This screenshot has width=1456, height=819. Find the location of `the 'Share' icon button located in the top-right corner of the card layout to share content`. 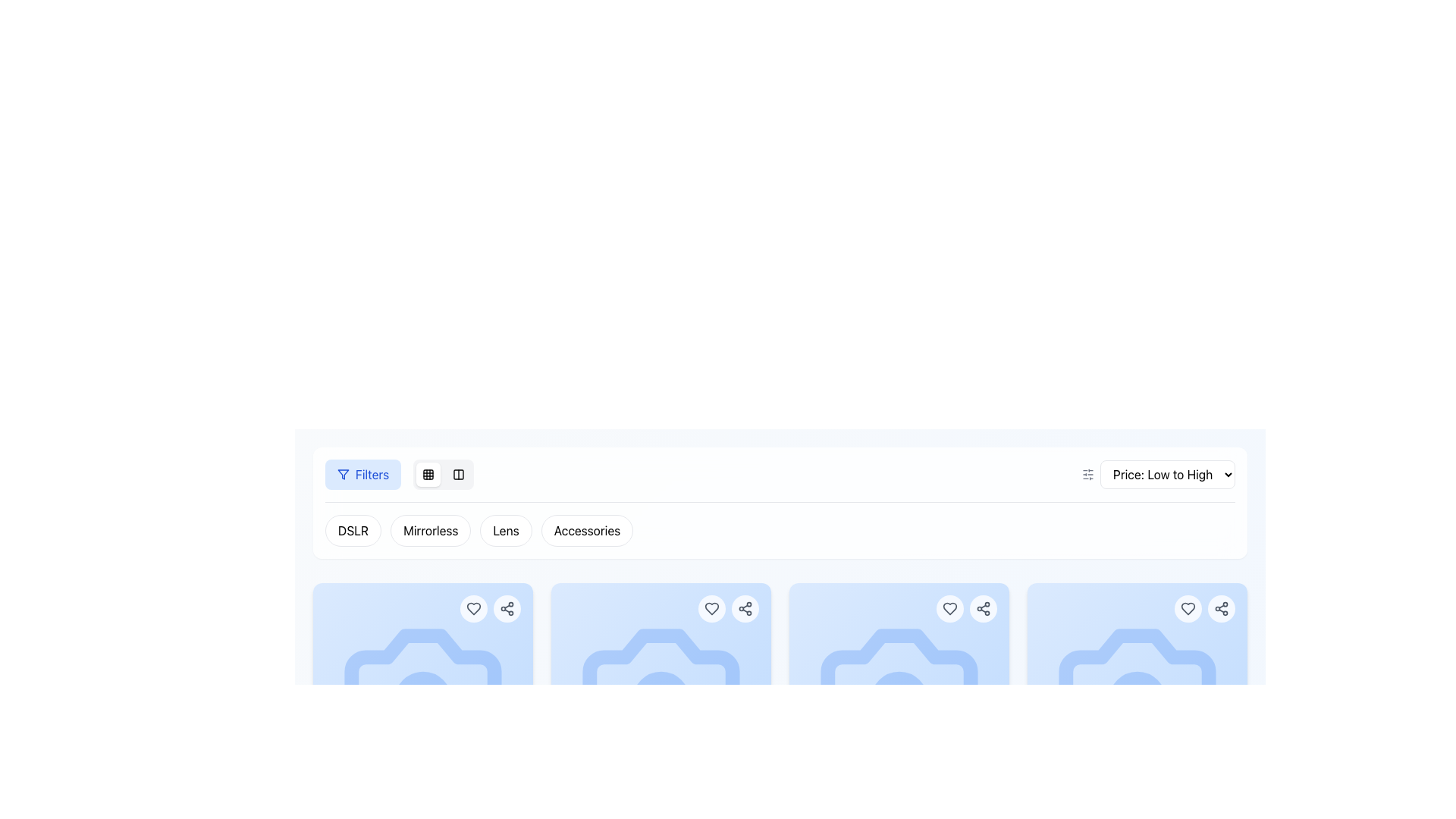

the 'Share' icon button located in the top-right corner of the card layout to share content is located at coordinates (1222, 607).